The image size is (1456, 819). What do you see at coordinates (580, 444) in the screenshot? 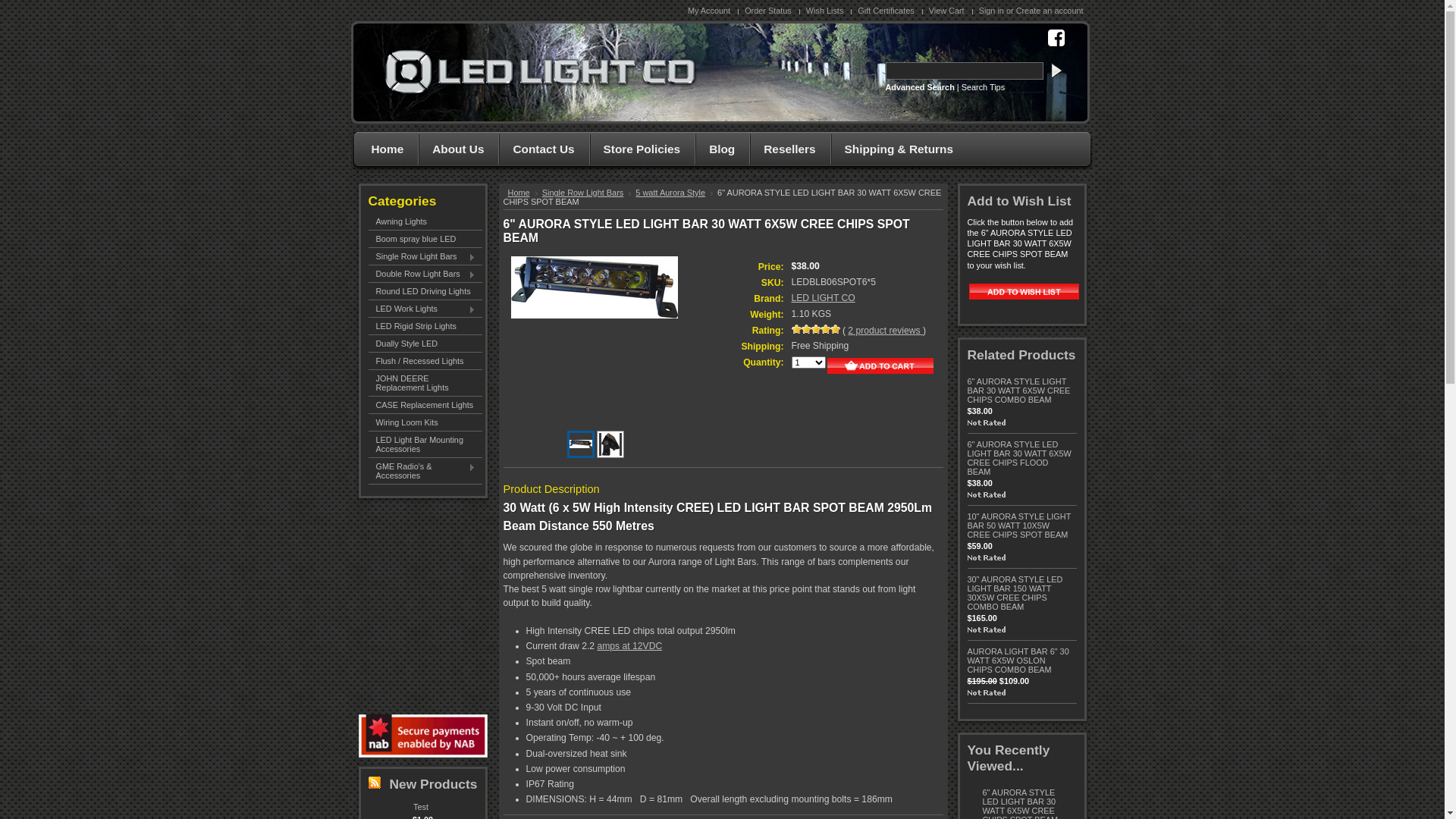
I see `'0'` at bounding box center [580, 444].